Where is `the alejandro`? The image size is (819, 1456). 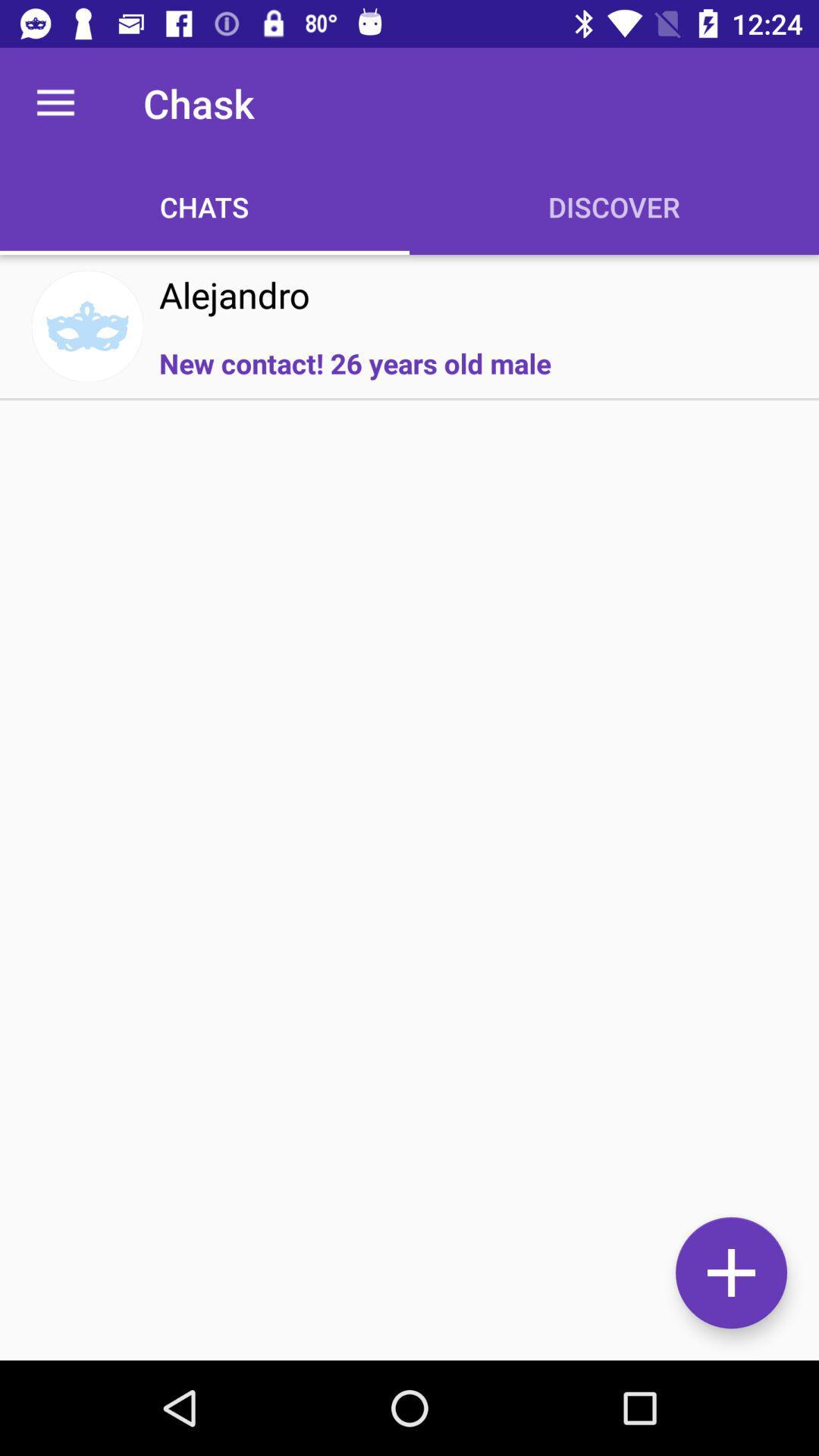 the alejandro is located at coordinates (234, 294).